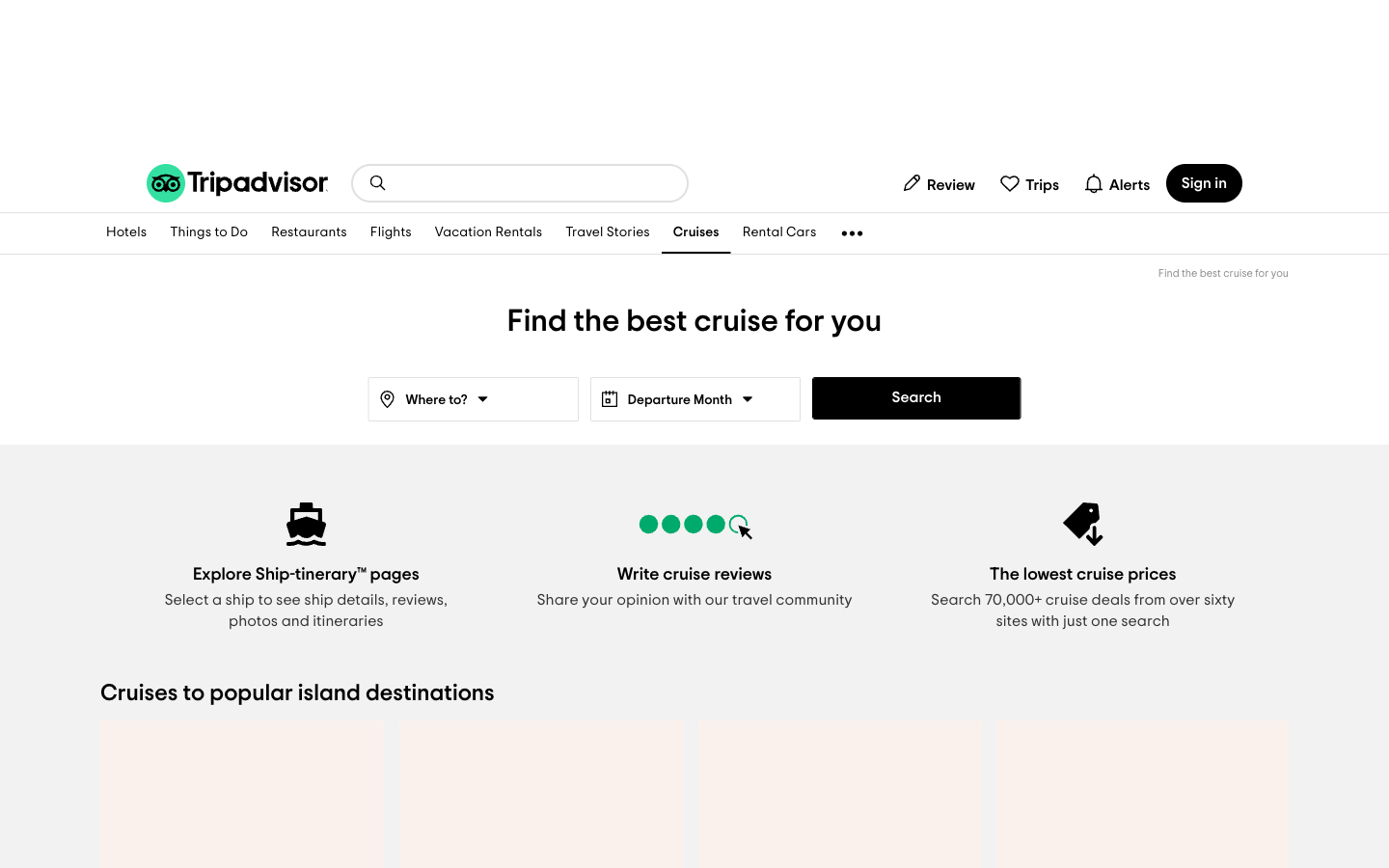 This screenshot has height=868, width=1389. Describe the element at coordinates (208, 232) in the screenshot. I see `View things to do in current place` at that location.